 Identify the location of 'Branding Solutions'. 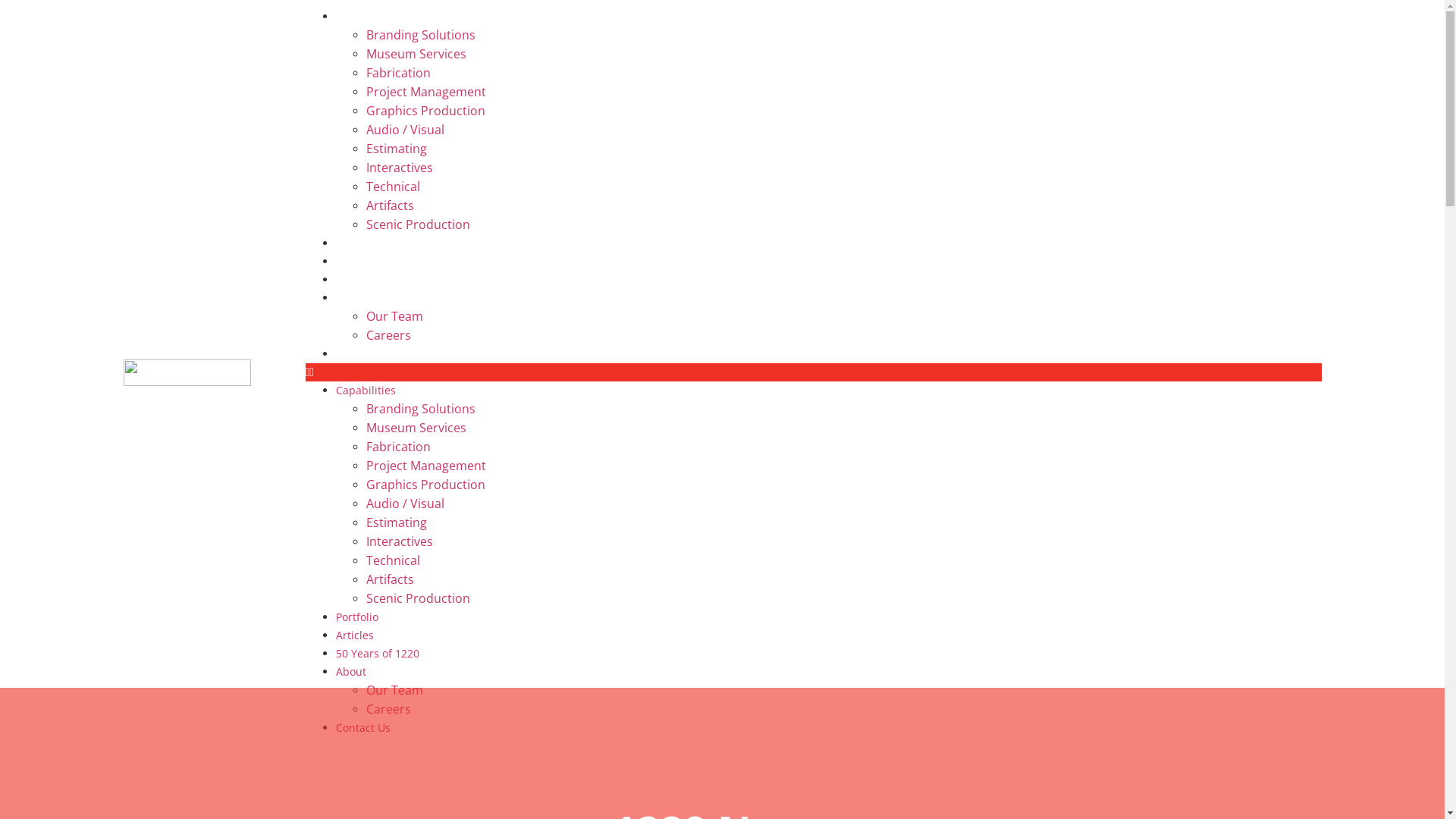
(365, 408).